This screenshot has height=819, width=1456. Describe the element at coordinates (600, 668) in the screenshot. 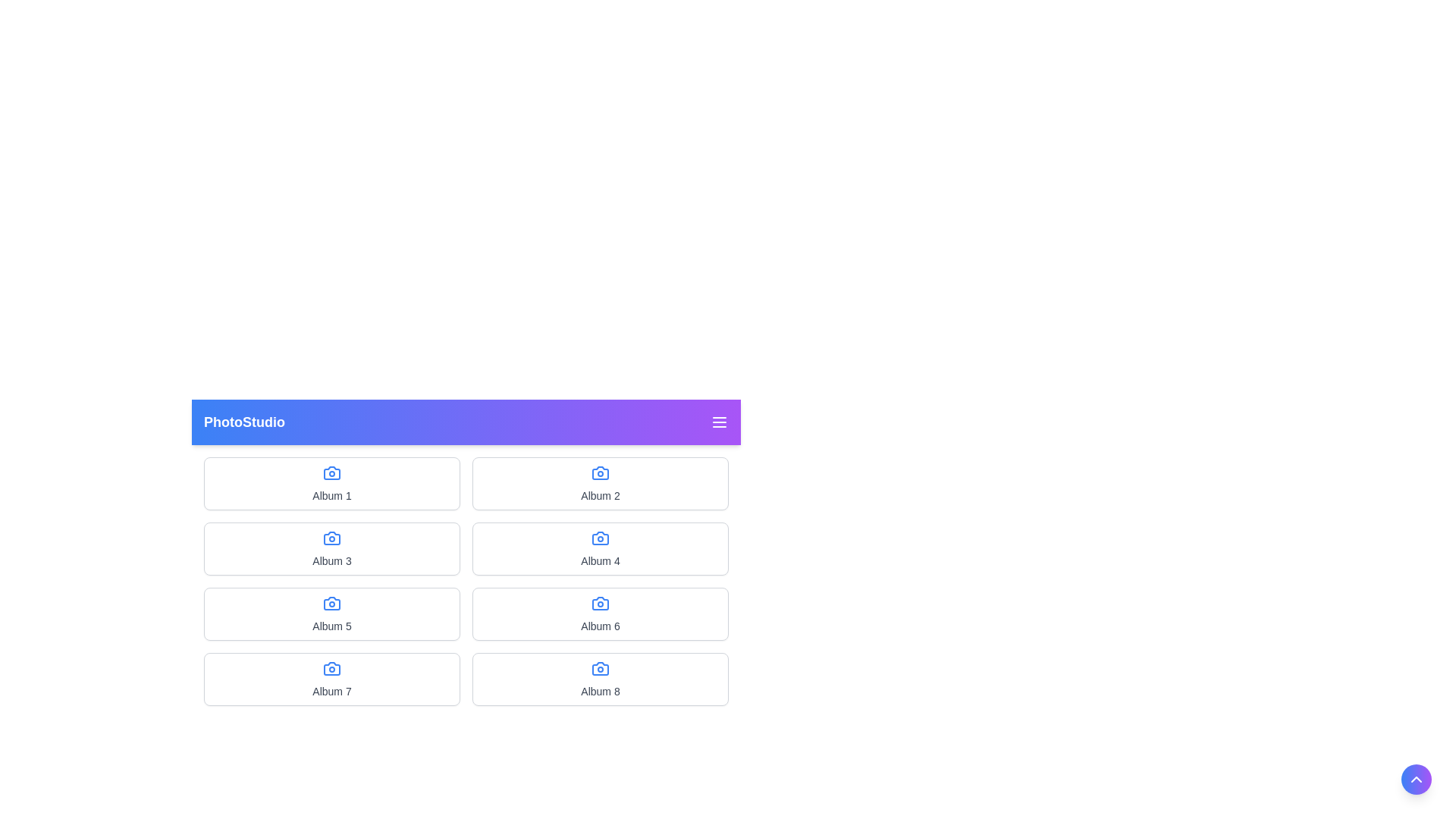

I see `the blue camera icon located above the text 'Album 8' in the bottom-right card of the album grid layout` at that location.